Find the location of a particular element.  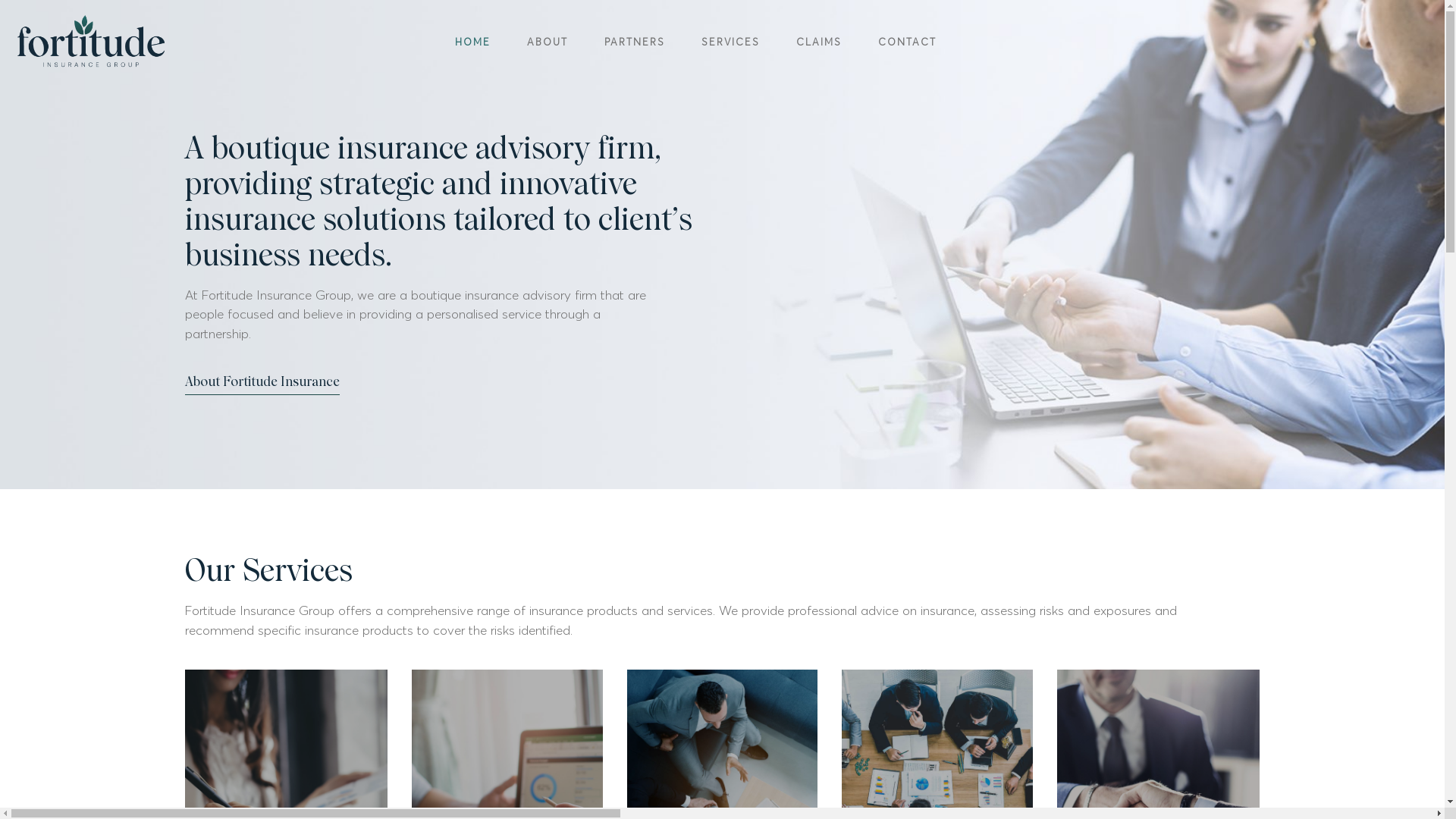

'PARTNERS' is located at coordinates (633, 41).